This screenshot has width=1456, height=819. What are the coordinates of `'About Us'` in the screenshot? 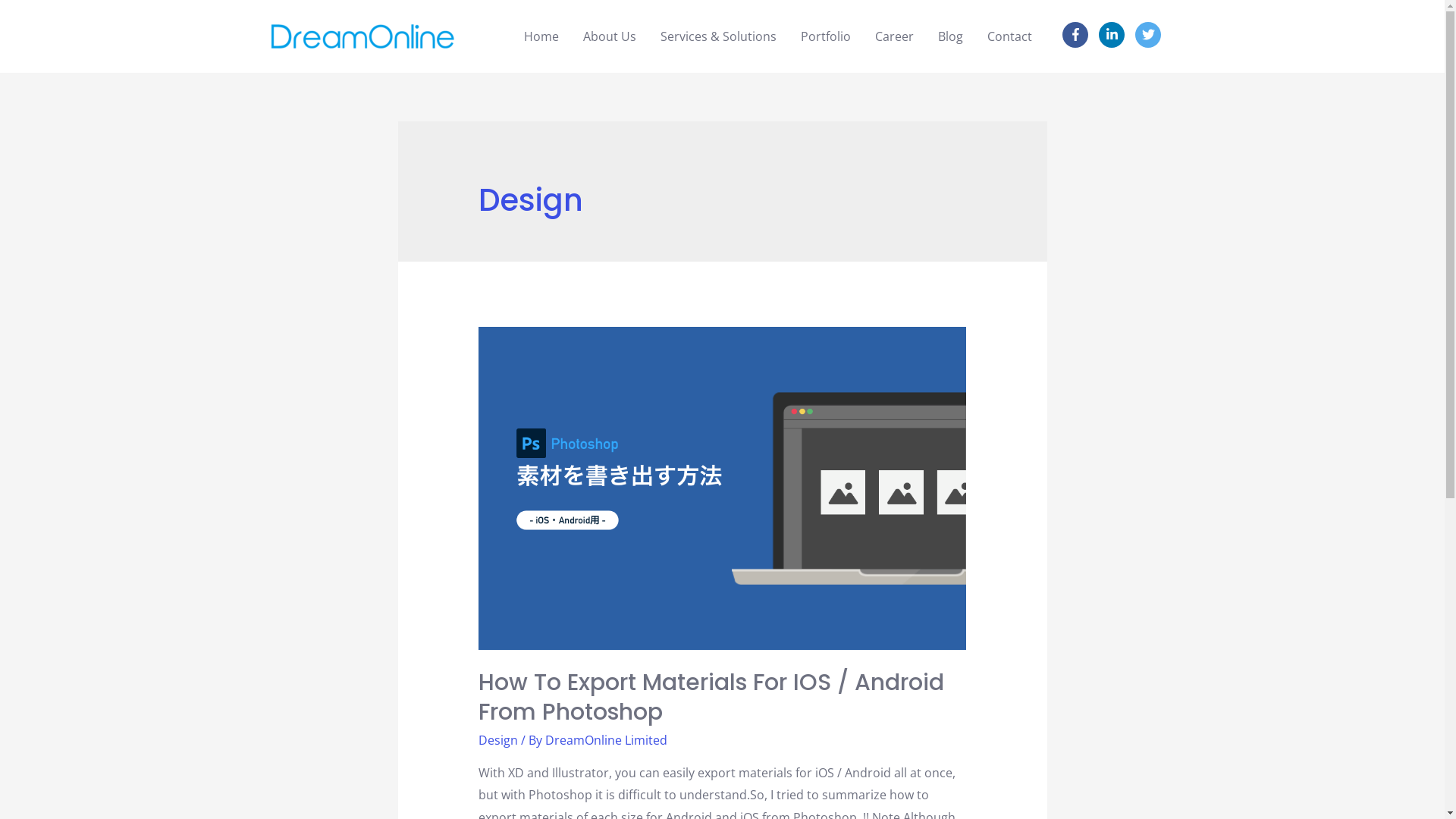 It's located at (610, 35).